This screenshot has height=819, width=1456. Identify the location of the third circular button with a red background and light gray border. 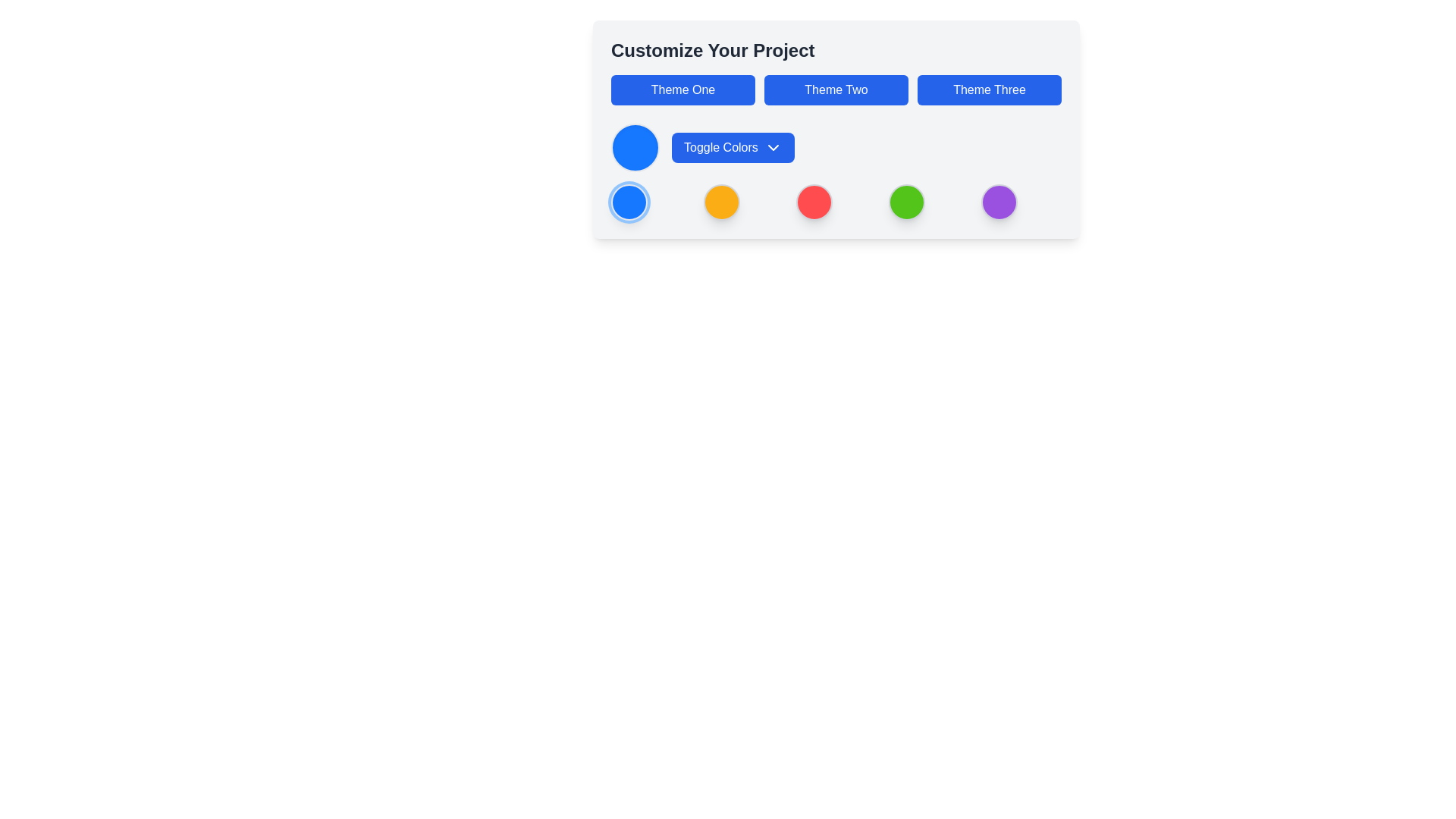
(814, 201).